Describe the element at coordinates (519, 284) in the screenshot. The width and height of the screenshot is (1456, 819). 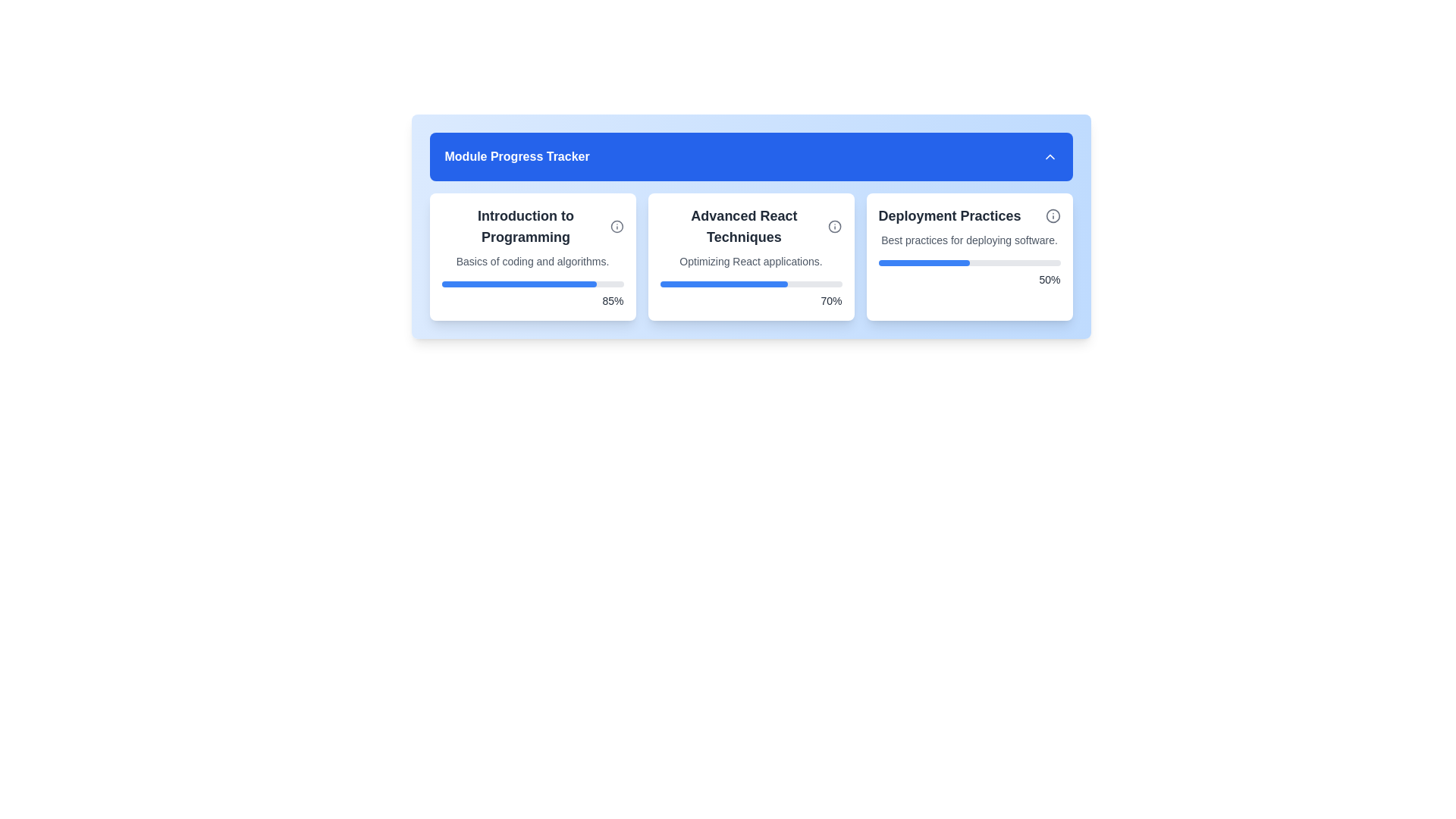
I see `the horizontal blue progress bar within the 'Introduction to Programming' card that visually communicates progress` at that location.